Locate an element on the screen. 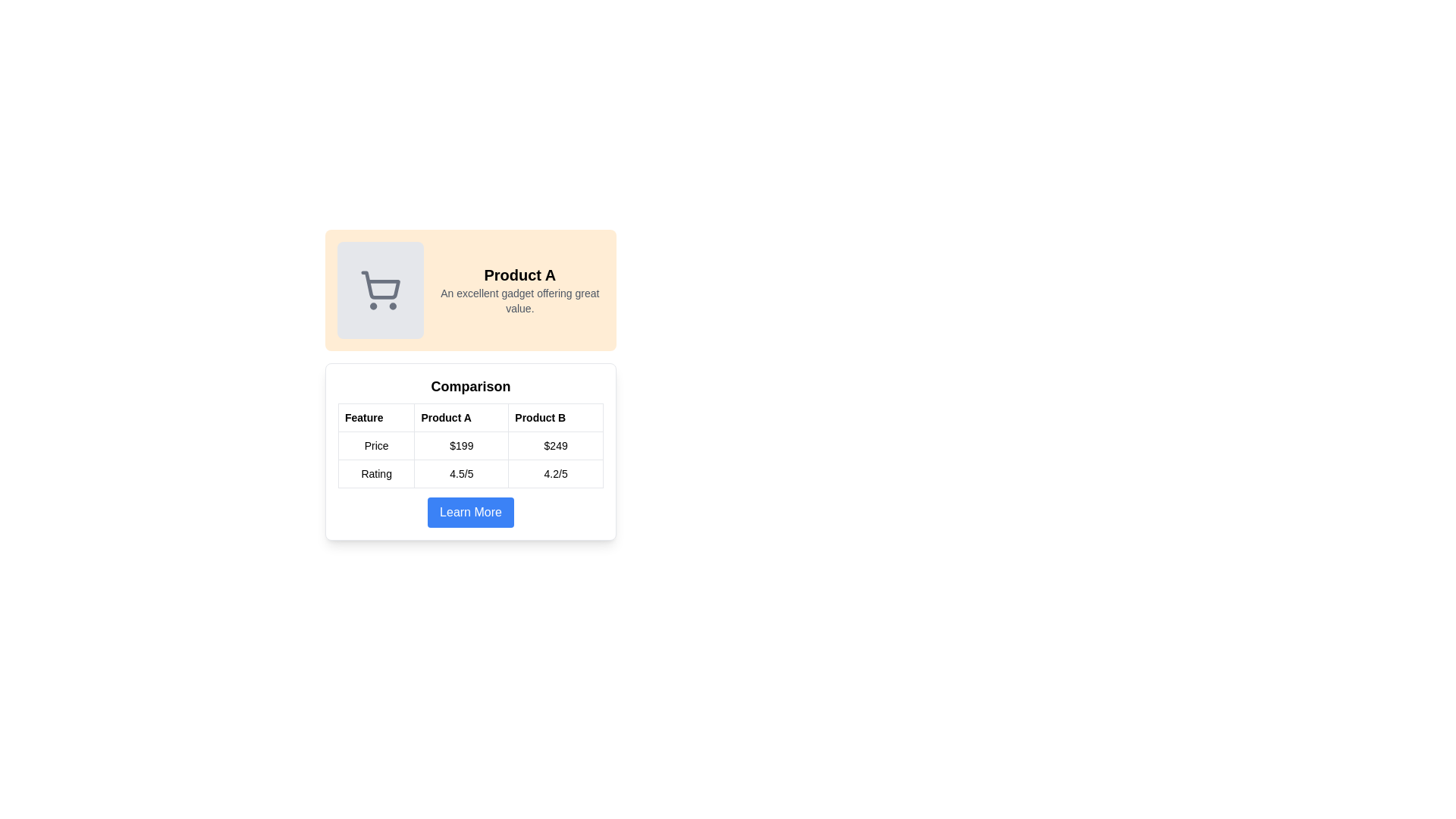 The height and width of the screenshot is (819, 1456). the header text that labels the first column of the comparison table, located at the far-left position in the row of headers is located at coordinates (376, 418).